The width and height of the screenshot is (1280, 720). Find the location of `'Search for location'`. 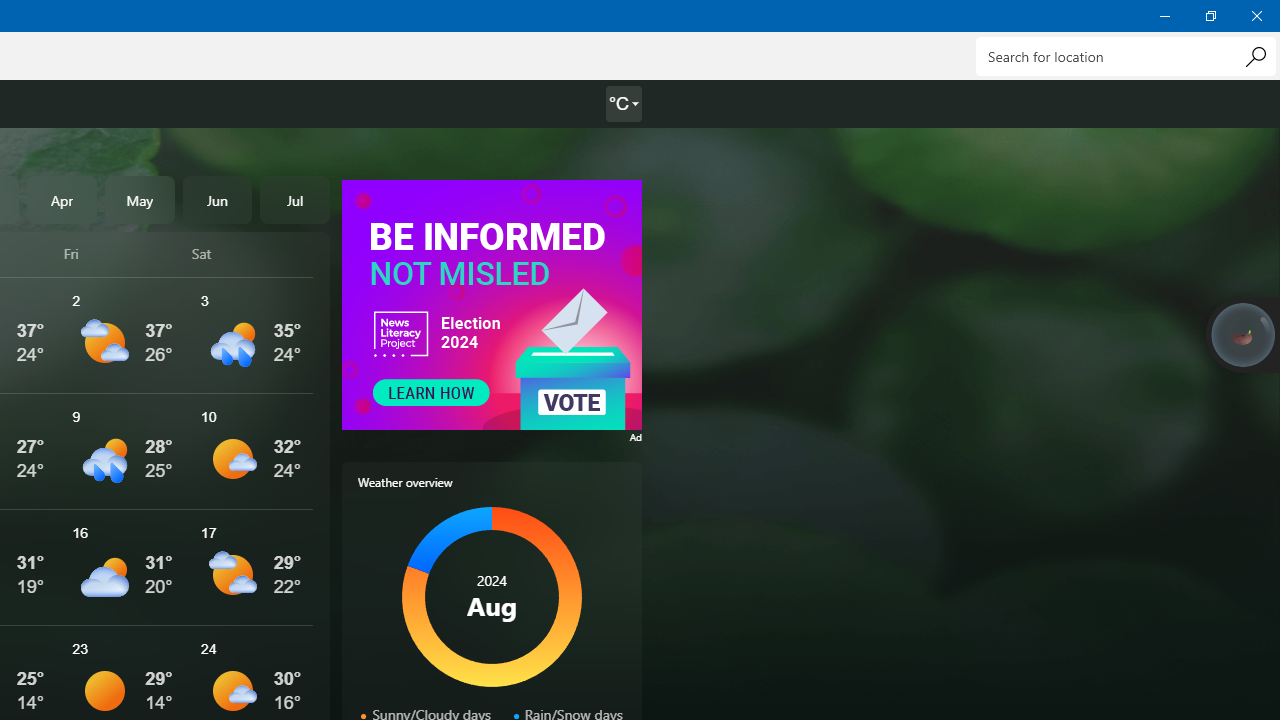

'Search for location' is located at coordinates (1125, 55).